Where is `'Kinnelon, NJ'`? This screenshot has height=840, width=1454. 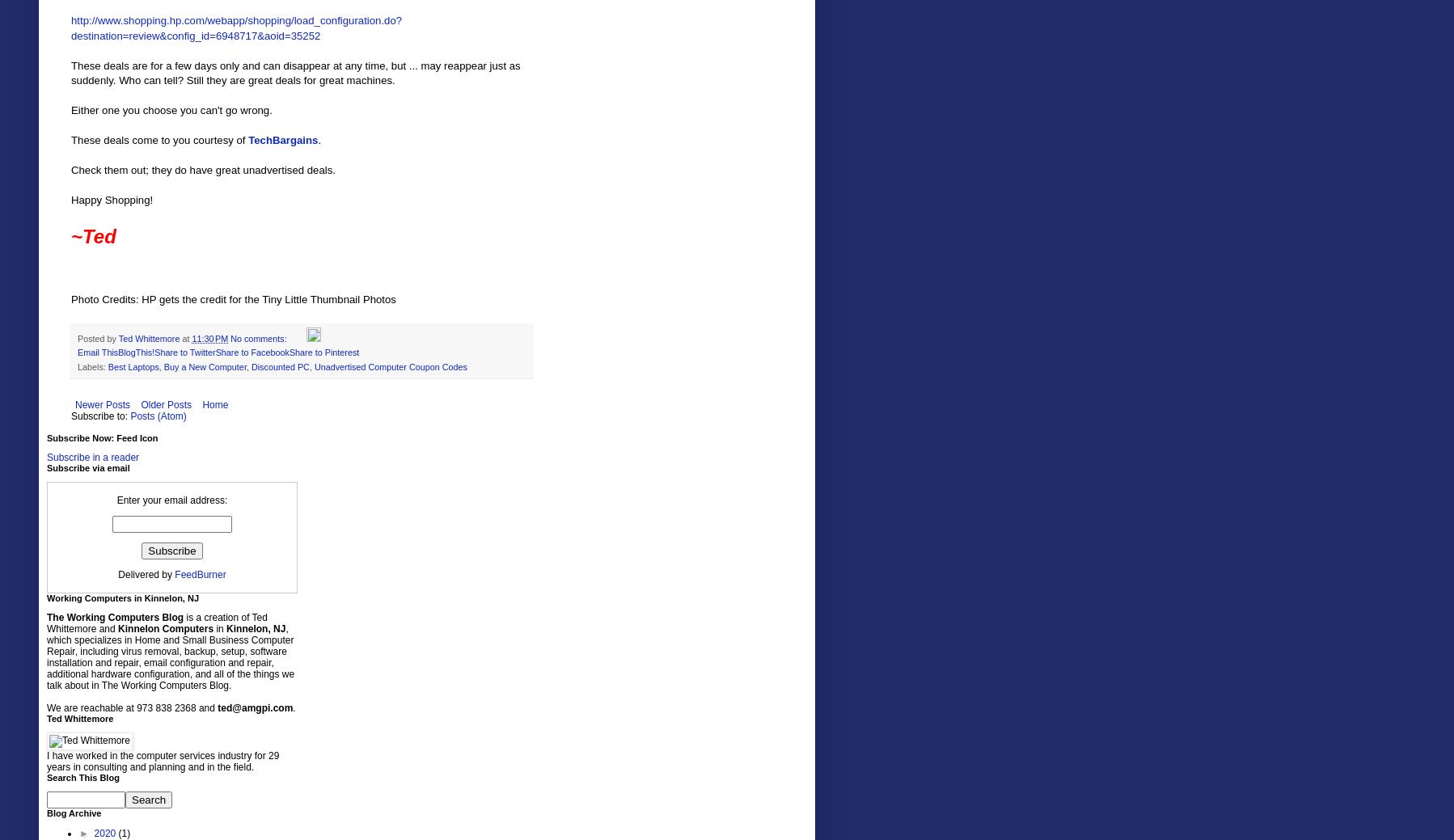 'Kinnelon, NJ' is located at coordinates (255, 627).